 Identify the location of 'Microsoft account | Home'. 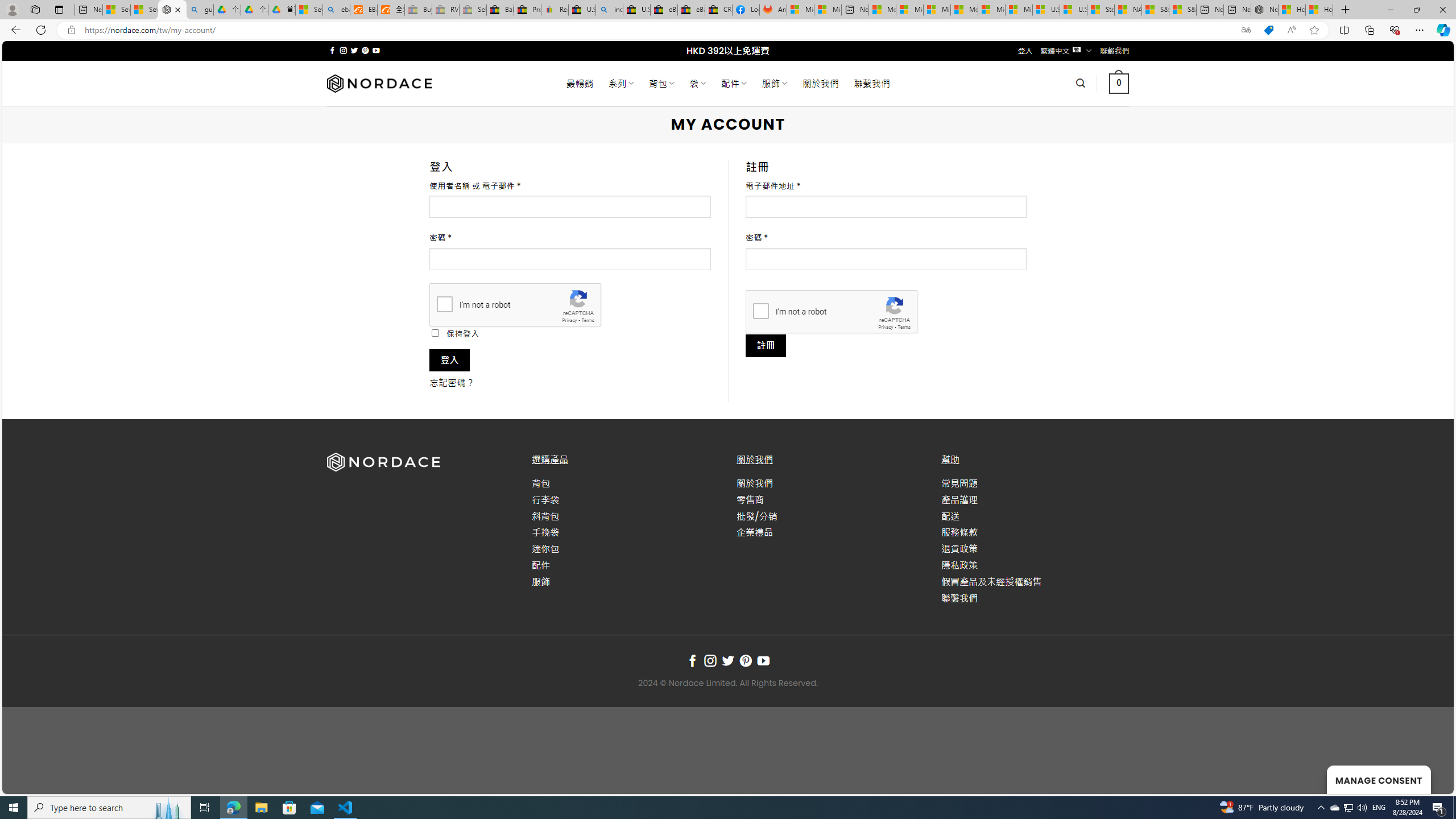
(936, 9).